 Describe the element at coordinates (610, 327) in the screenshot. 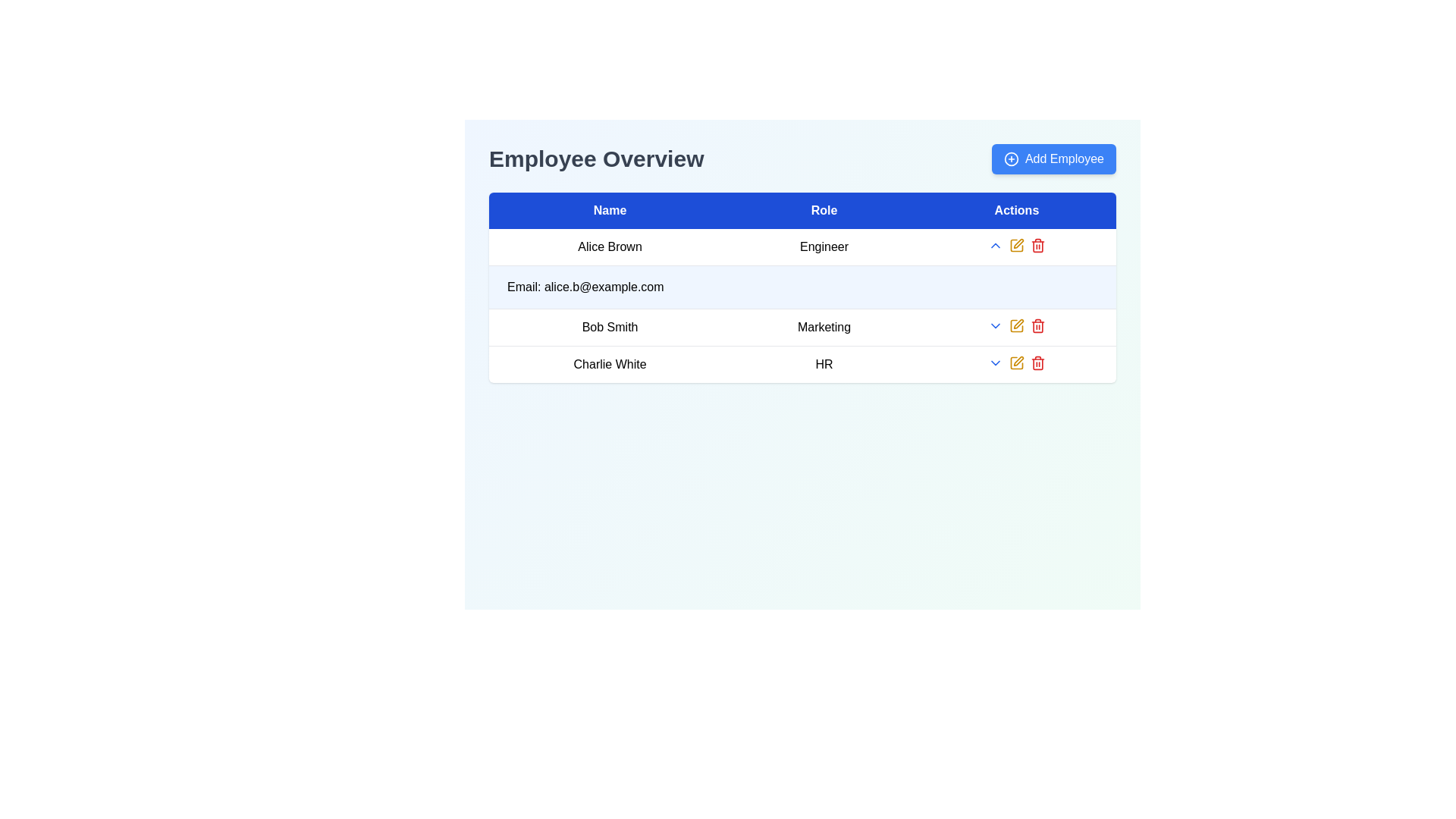

I see `the text label indicating the name of the employee, located in the first column of the second row of the table under the 'Name' header, adjacent to 'Marketing' in the 'Role' column` at that location.